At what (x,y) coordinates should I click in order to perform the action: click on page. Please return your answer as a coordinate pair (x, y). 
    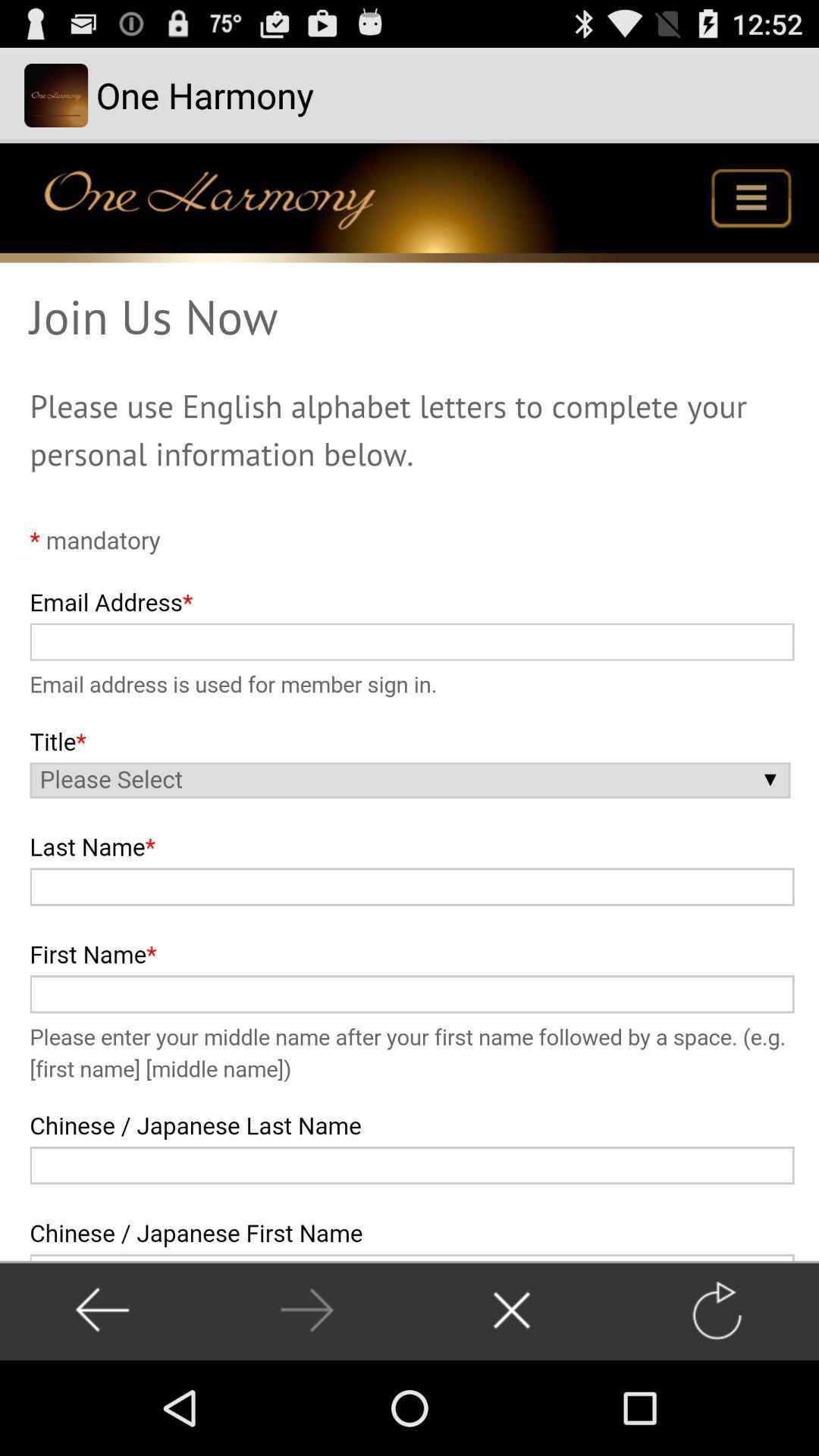
    Looking at the image, I should click on (512, 1310).